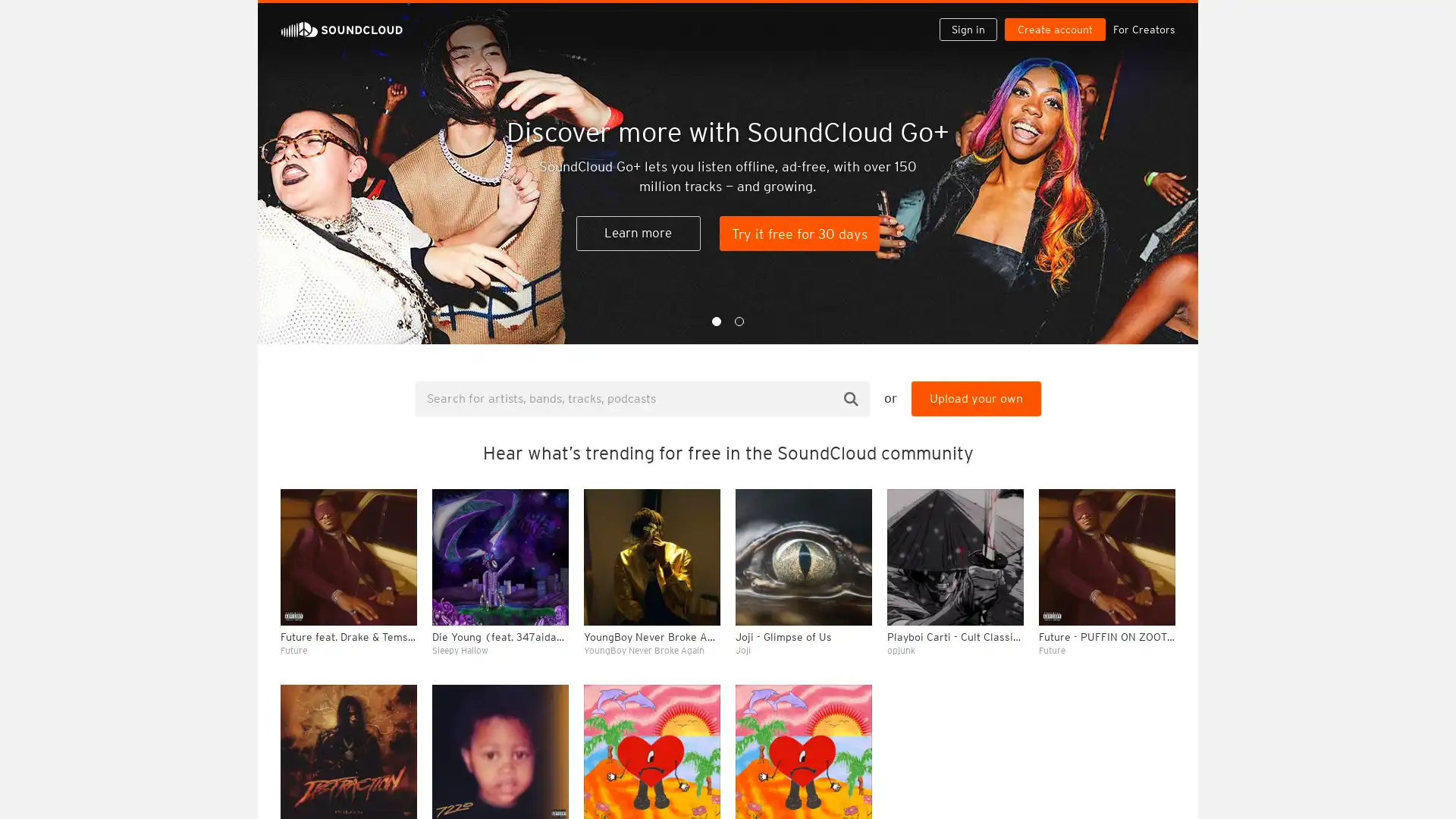 The image size is (1456, 819). Describe the element at coordinates (1124, 414) in the screenshot. I see `Clear` at that location.